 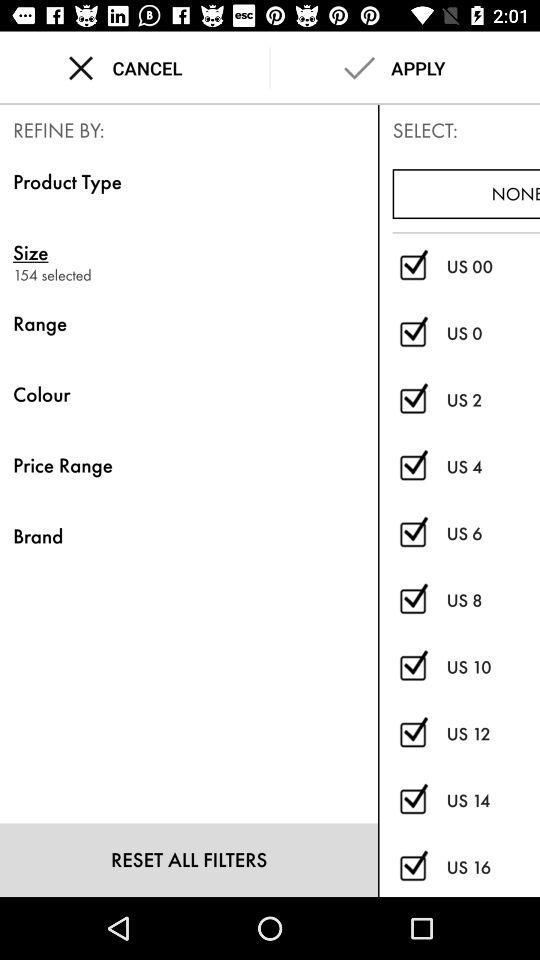 I want to click on us 00, so click(x=412, y=266).